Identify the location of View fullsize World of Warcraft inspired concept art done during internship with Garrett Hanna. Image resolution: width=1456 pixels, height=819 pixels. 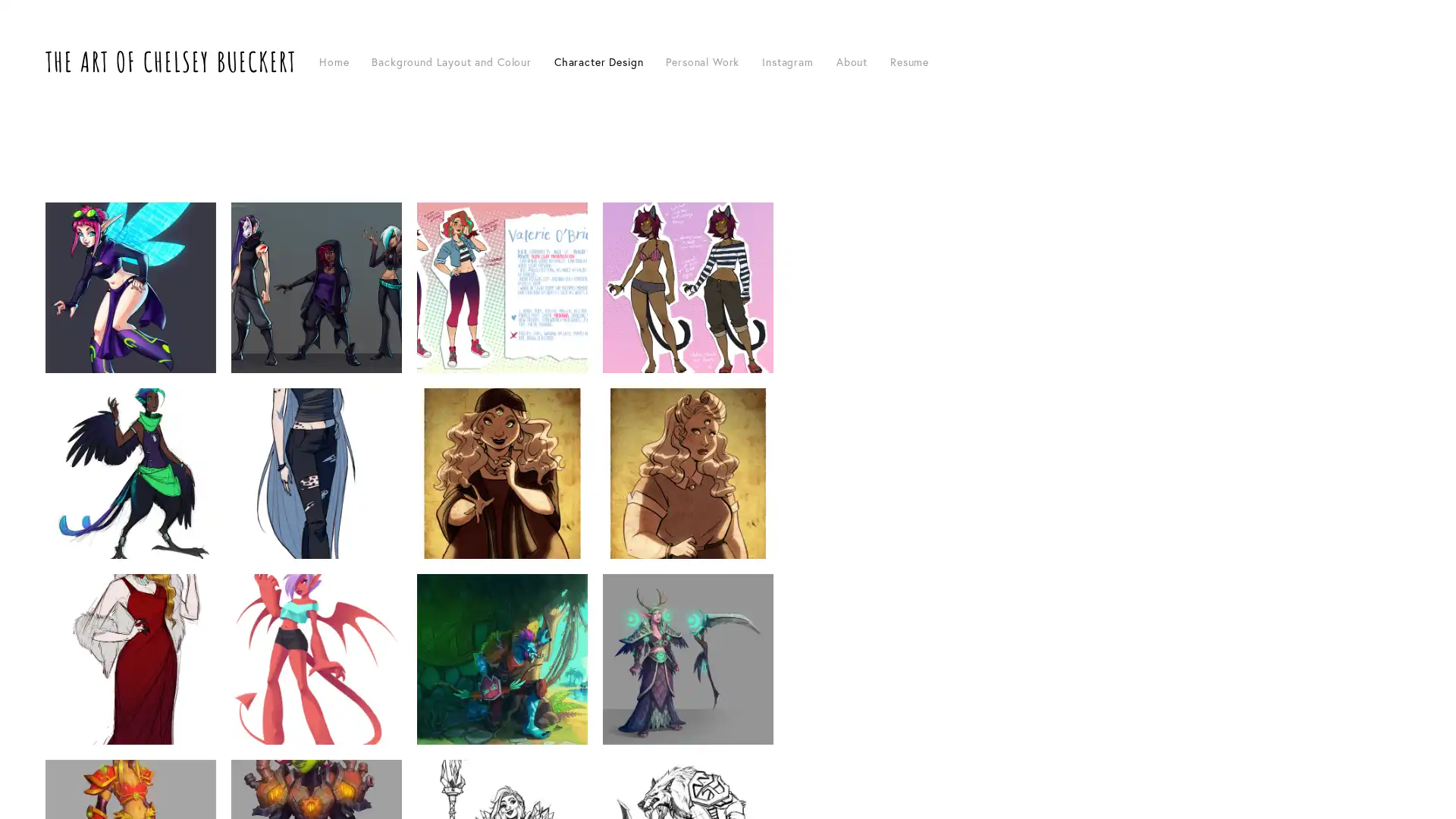
(687, 658).